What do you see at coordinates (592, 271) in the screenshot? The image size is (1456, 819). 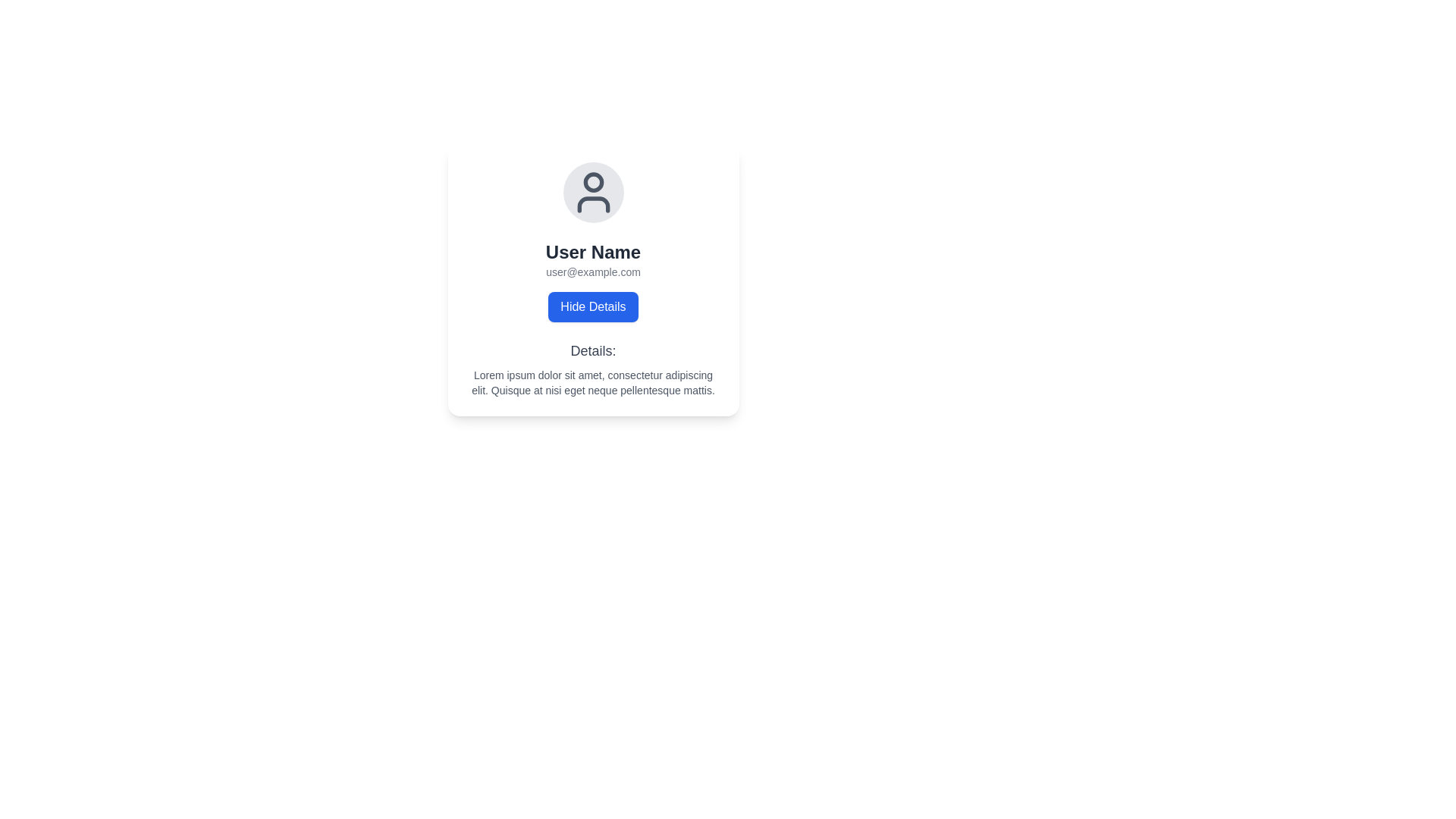 I see `the static text displaying the user's email address, which is located directly below the 'User Name' text and above the 'Hide Details' button` at bounding box center [592, 271].